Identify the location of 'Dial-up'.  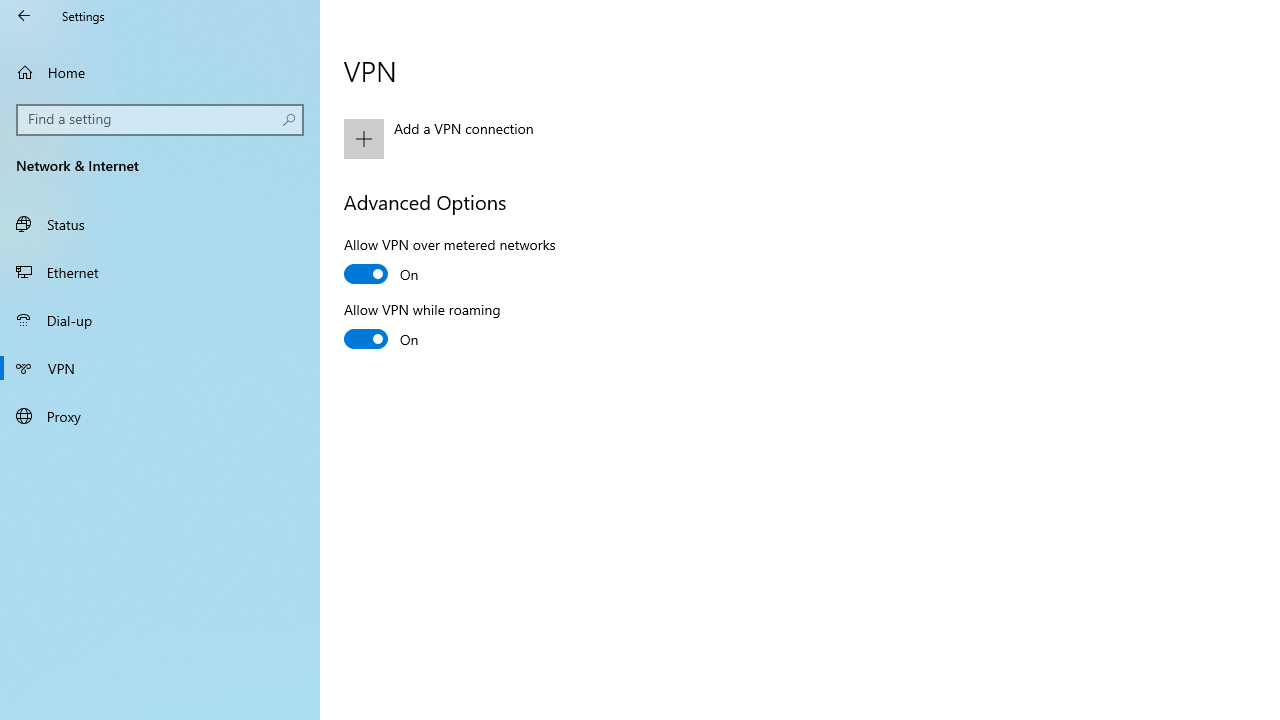
(160, 319).